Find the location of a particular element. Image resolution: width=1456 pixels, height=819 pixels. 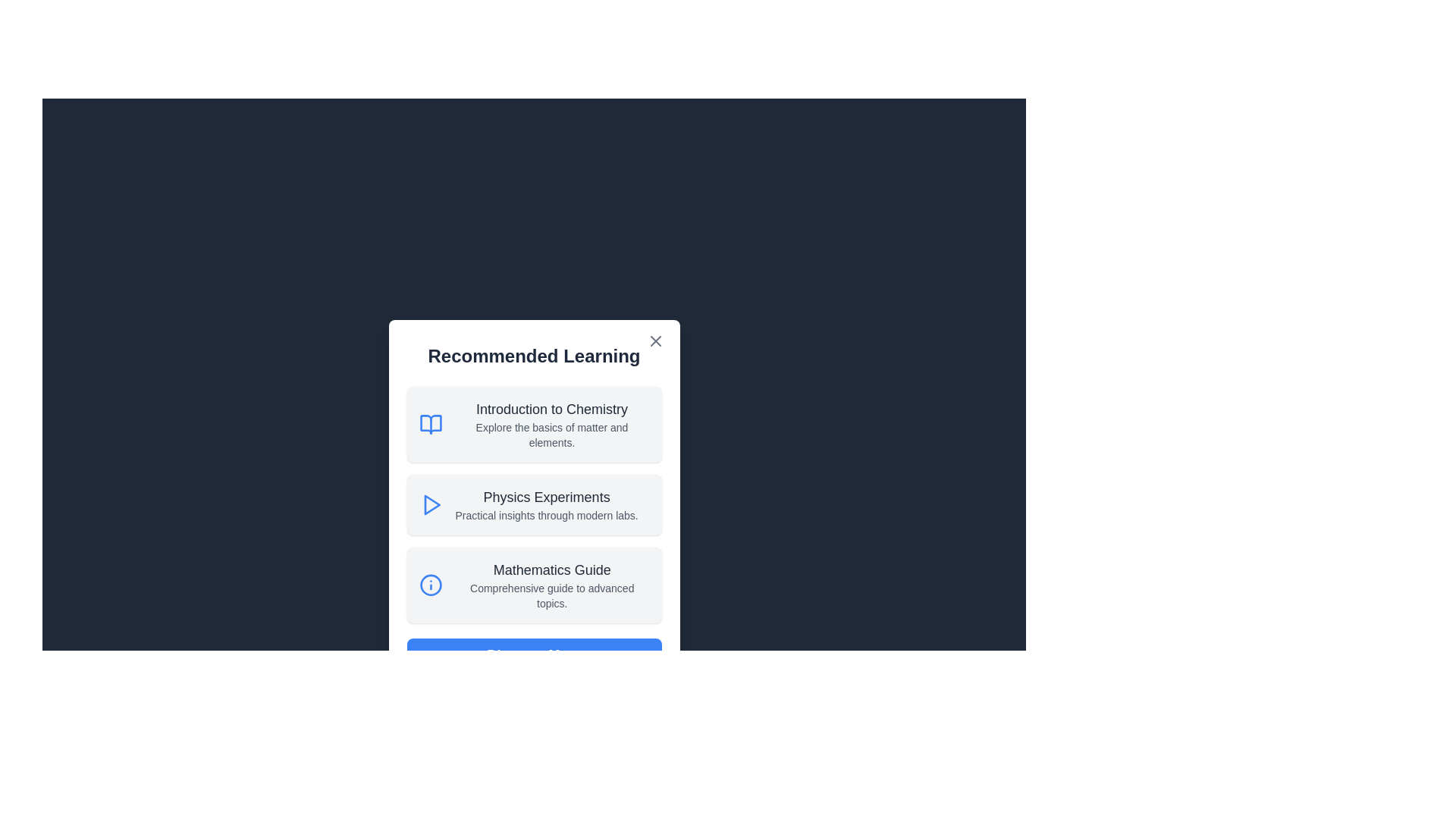

title 'Introduction to Chemistry' displayed prominently in a bold, large font at the top of the 'Recommended Learning' modal interface is located at coordinates (551, 409).